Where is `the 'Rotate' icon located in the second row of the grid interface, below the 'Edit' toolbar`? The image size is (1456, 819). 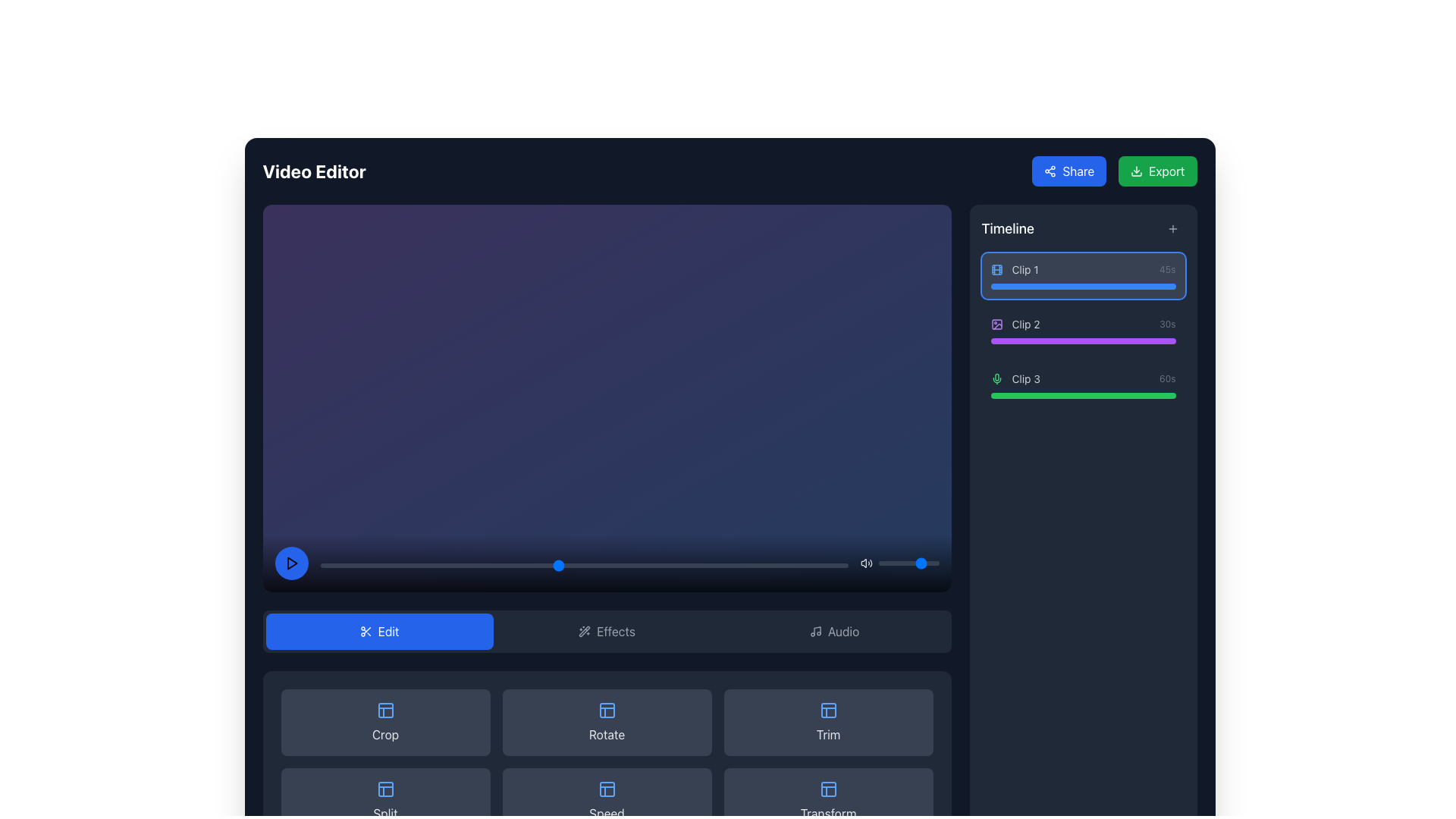
the 'Rotate' icon located in the second row of the grid interface, below the 'Edit' toolbar is located at coordinates (607, 710).